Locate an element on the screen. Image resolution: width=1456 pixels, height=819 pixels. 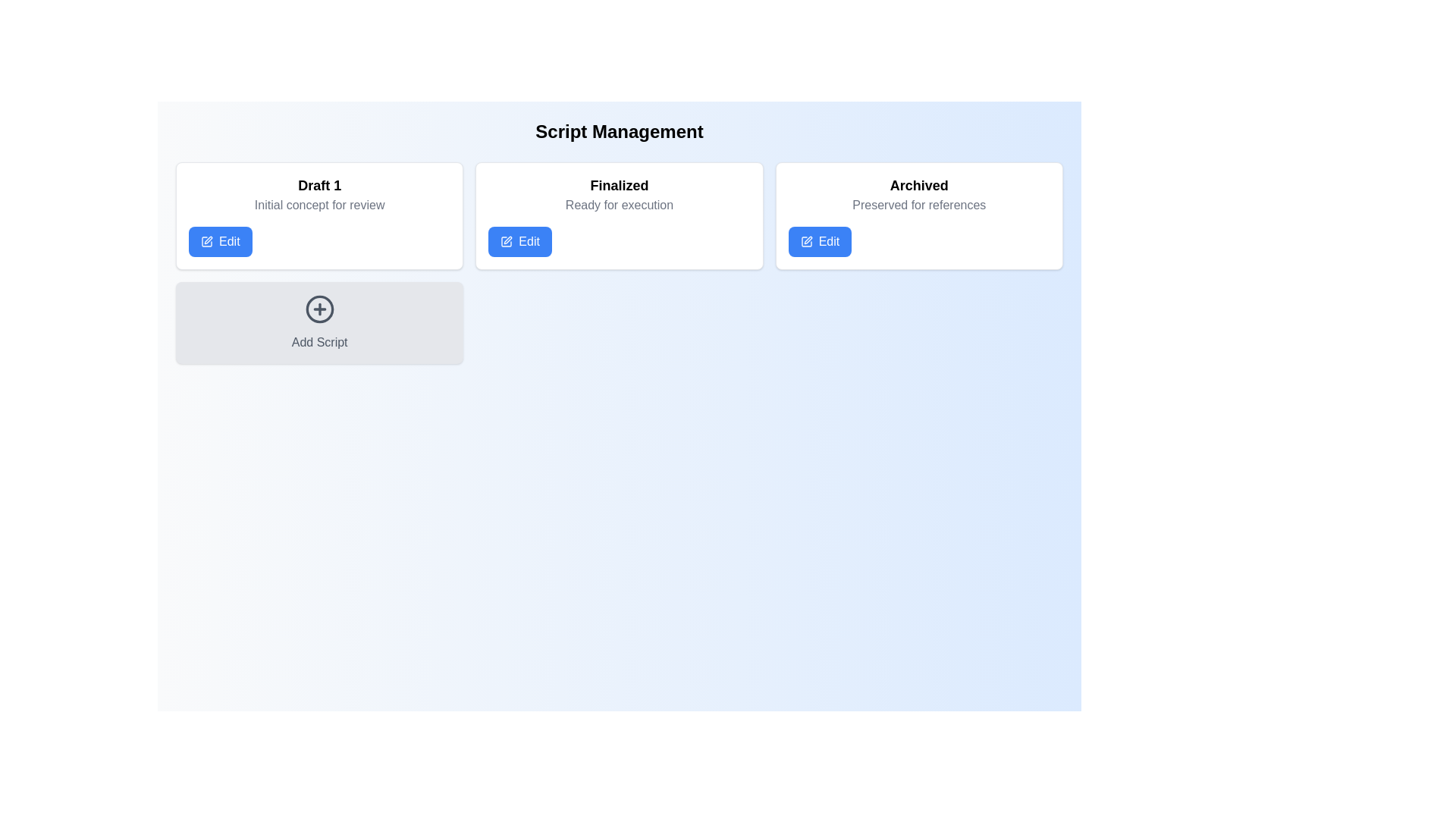
the pen and square icon with a blue background located within the 'Edit' button associated with the 'Finalized' script section is located at coordinates (507, 241).